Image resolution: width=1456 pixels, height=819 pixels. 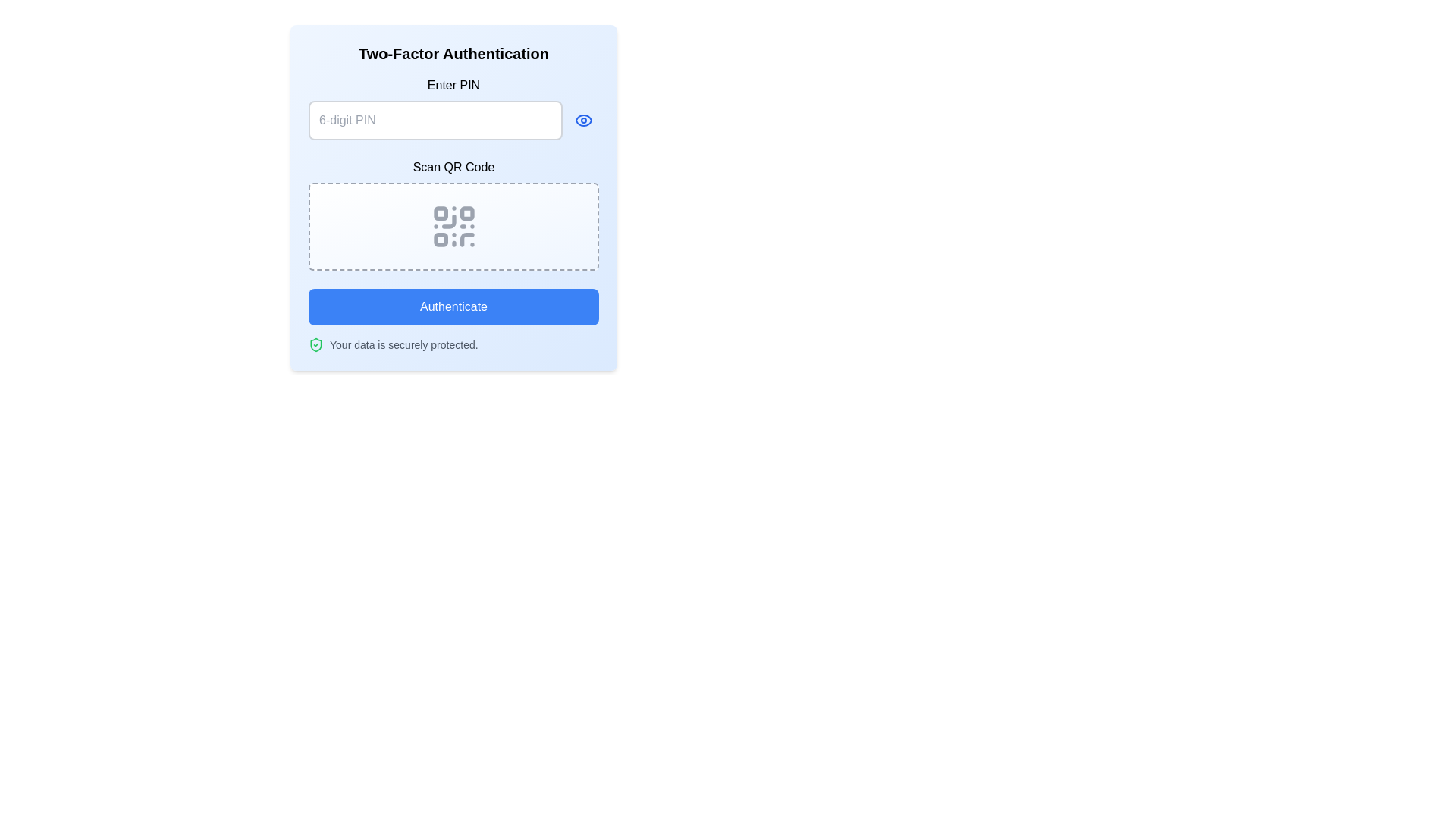 I want to click on the Text Input (Password) element used for entering a 6-digit PIN by tabbing to it, so click(x=435, y=119).